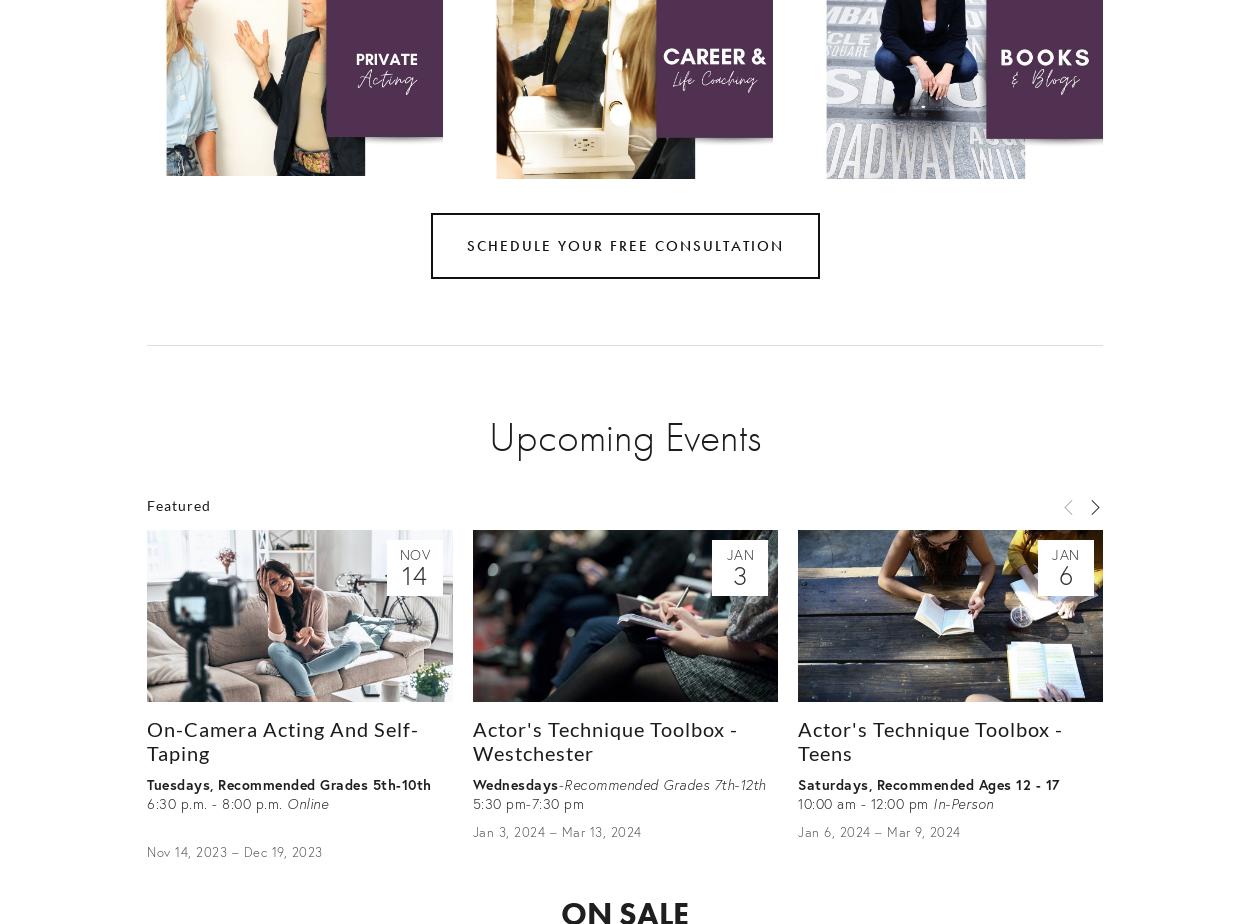  What do you see at coordinates (528, 803) in the screenshot?
I see `'5:30 pm-7:30 pm'` at bounding box center [528, 803].